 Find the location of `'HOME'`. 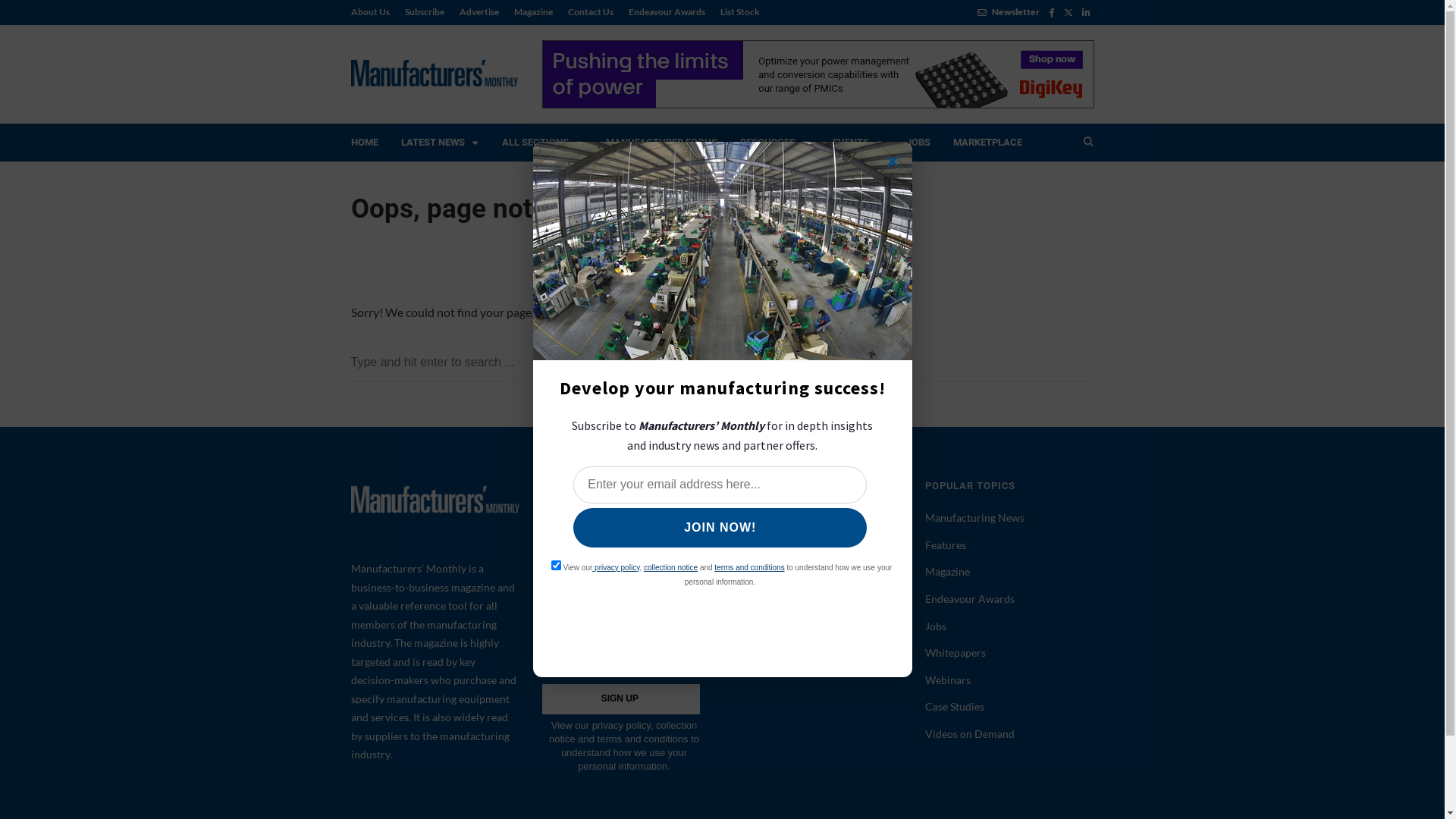

'HOME' is located at coordinates (364, 143).